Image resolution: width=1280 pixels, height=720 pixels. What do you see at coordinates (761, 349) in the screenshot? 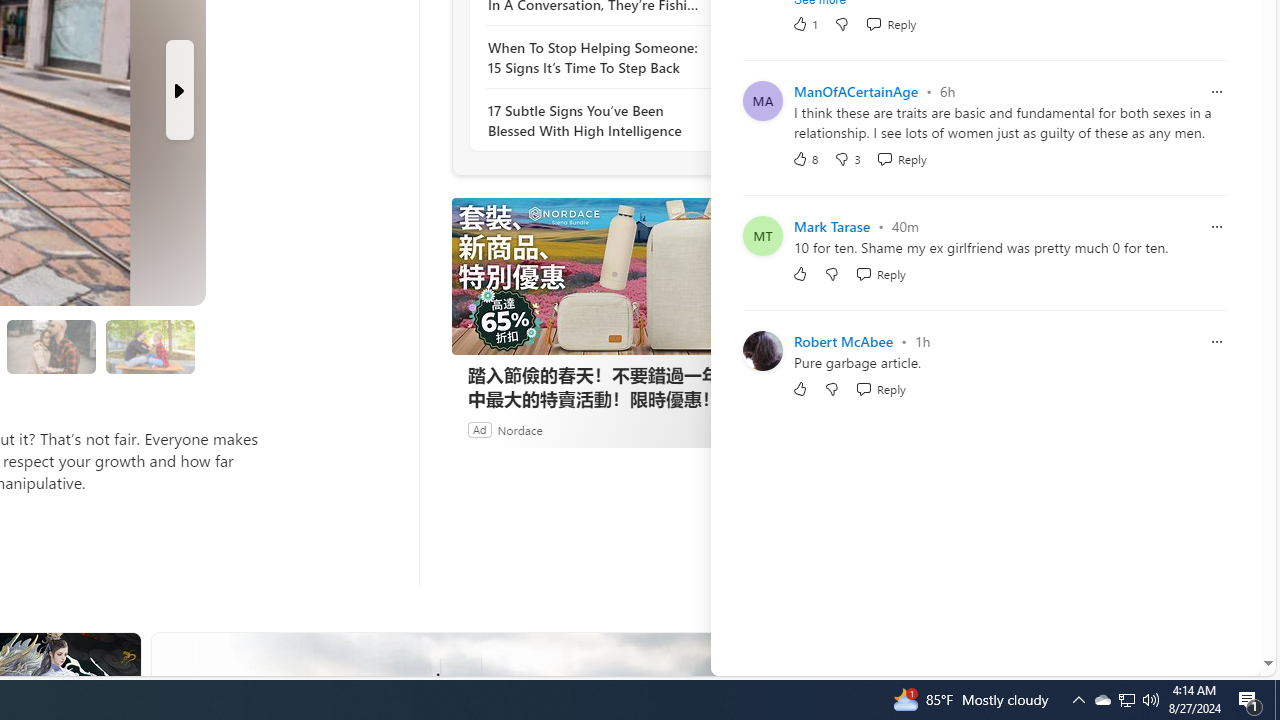
I see `'Profile Picture'` at bounding box center [761, 349].